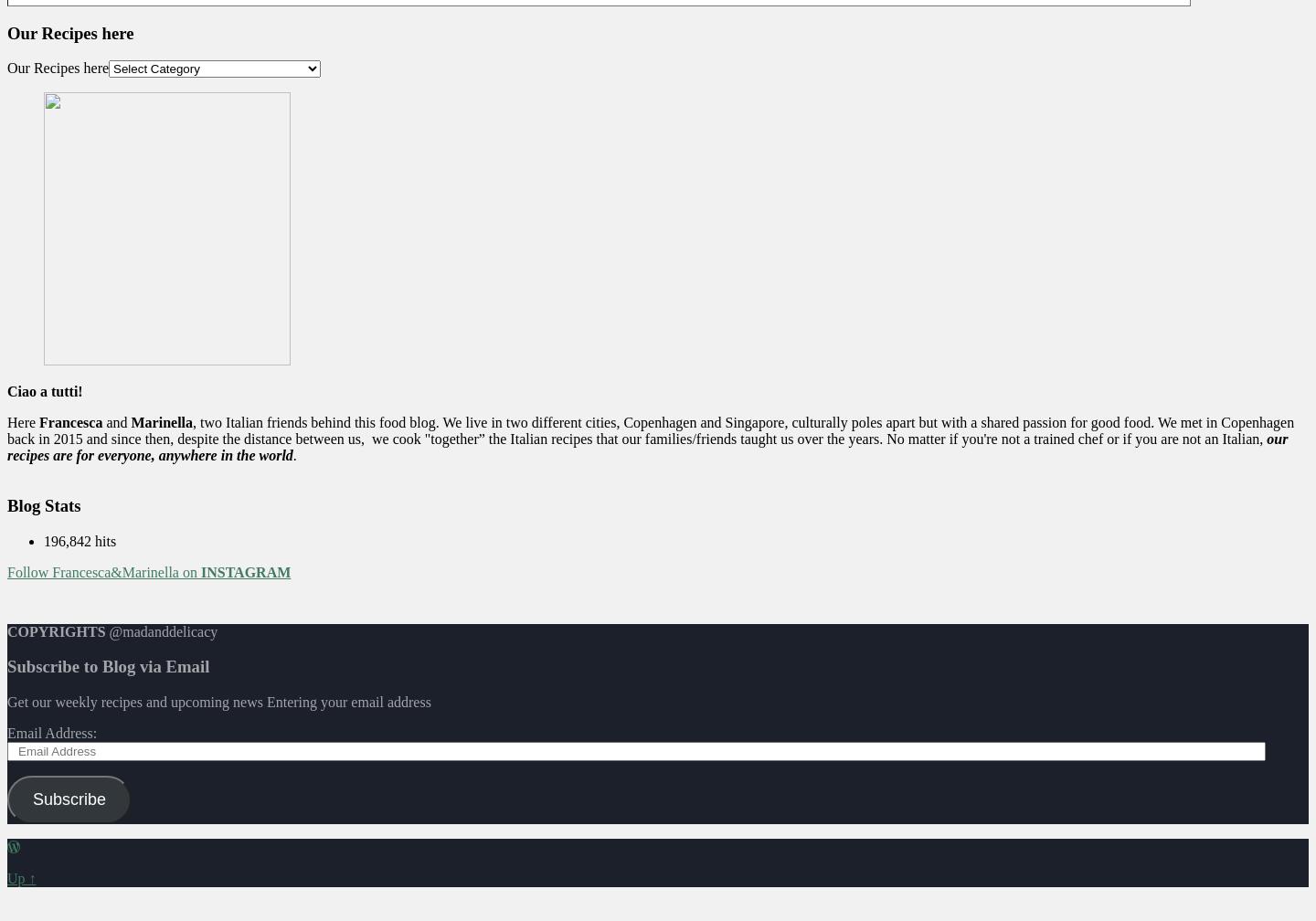 The height and width of the screenshot is (921, 1316). I want to click on 'Blog Stats', so click(42, 505).